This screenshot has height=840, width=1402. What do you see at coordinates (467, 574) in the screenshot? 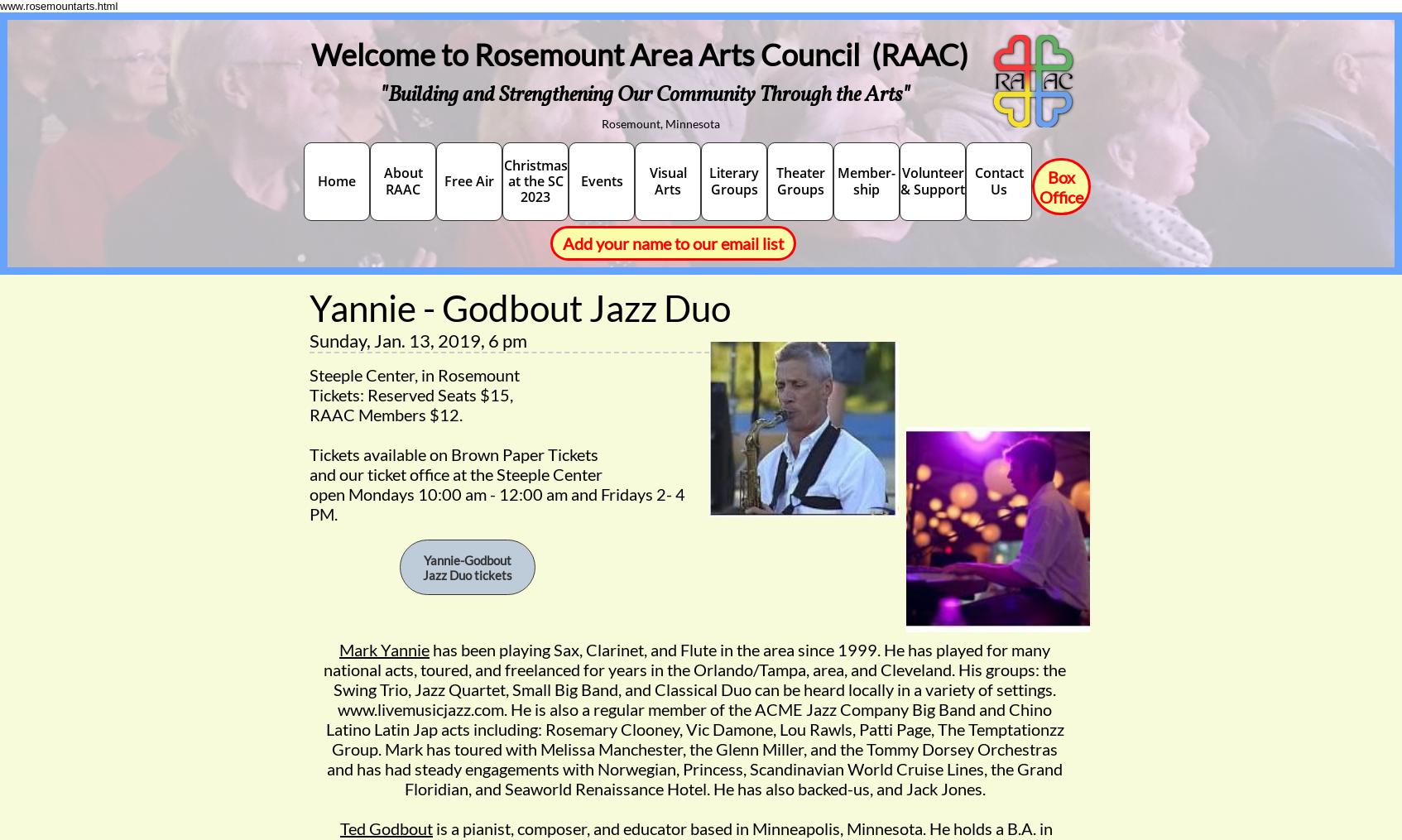
I see `'Jazz Duo tickets'` at bounding box center [467, 574].